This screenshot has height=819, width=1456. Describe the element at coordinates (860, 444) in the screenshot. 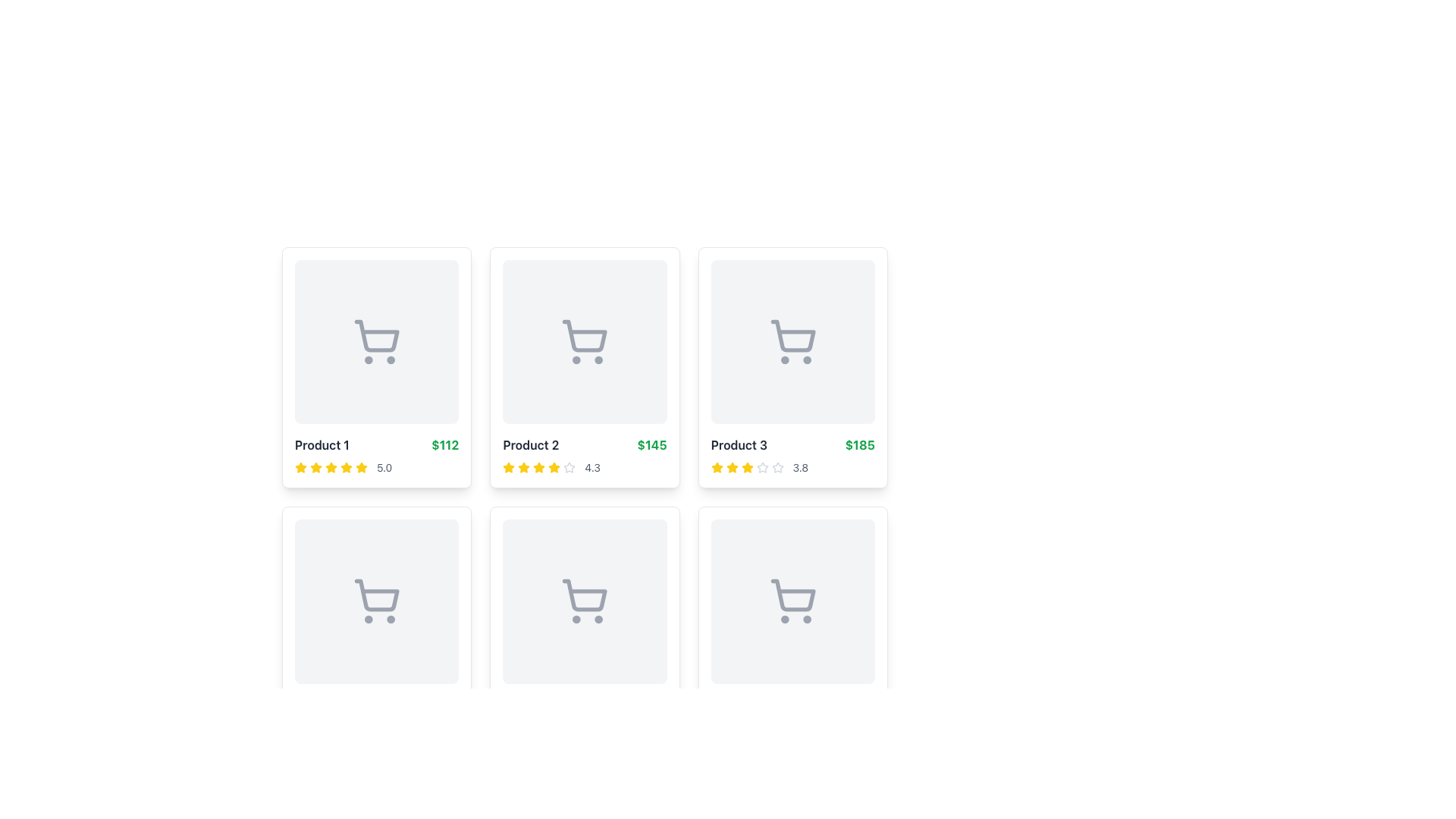

I see `the text label displaying the amount '$185', which is in bold green font and positioned to the right of the label 'Product 3'` at that location.